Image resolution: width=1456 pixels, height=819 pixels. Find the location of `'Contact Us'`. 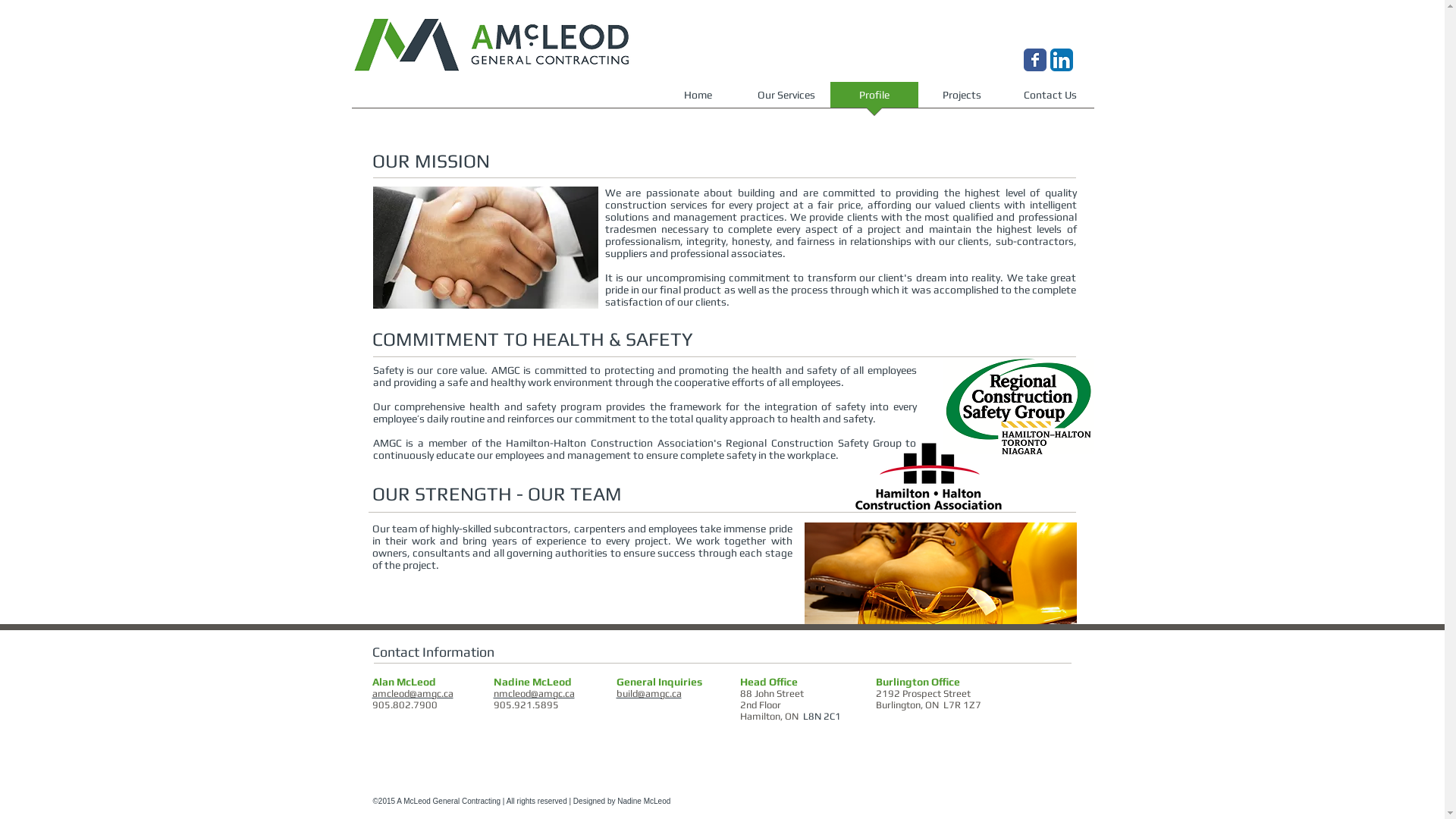

'Contact Us' is located at coordinates (1048, 99).